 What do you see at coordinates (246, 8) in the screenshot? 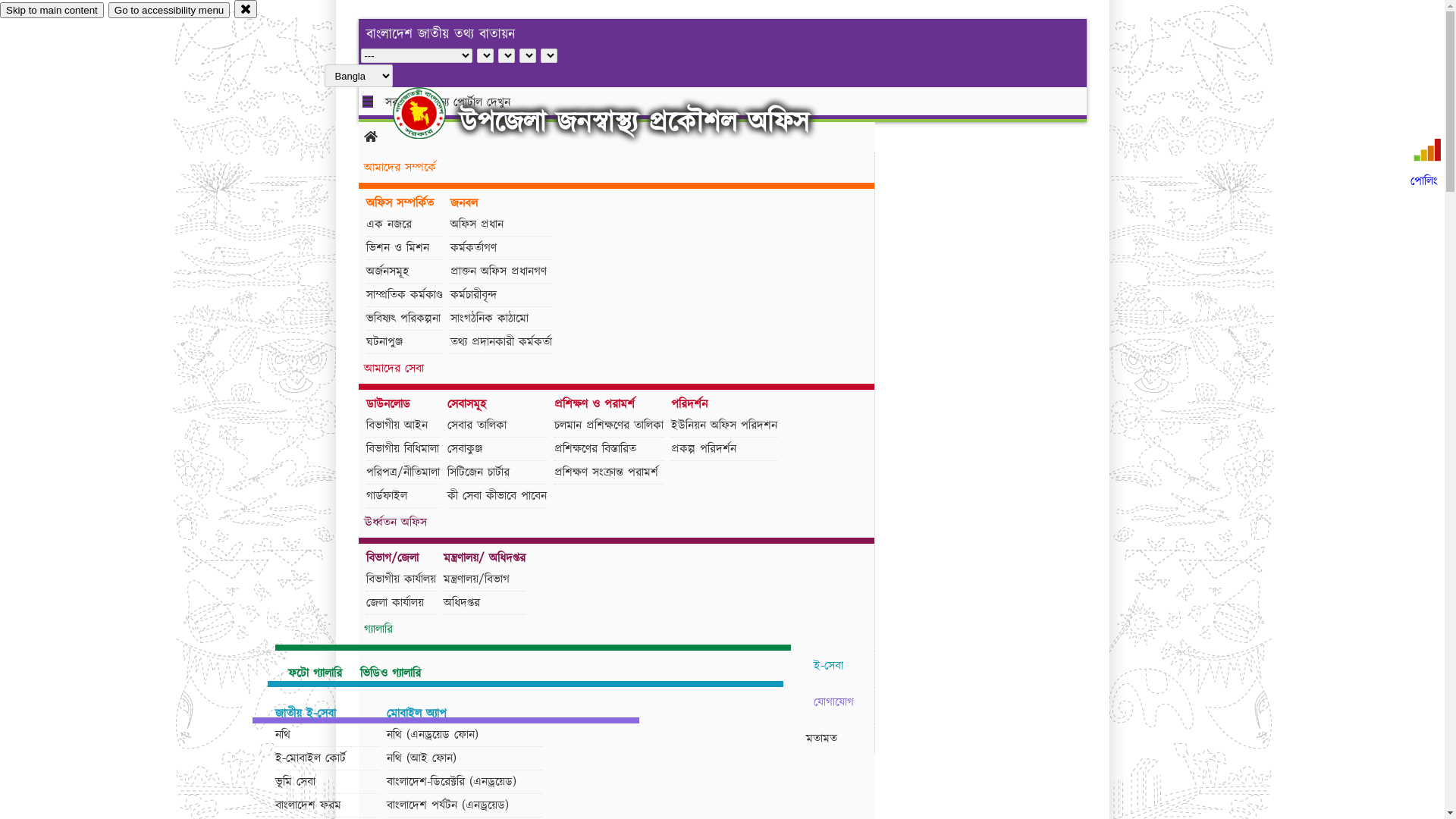
I see `'close'` at bounding box center [246, 8].